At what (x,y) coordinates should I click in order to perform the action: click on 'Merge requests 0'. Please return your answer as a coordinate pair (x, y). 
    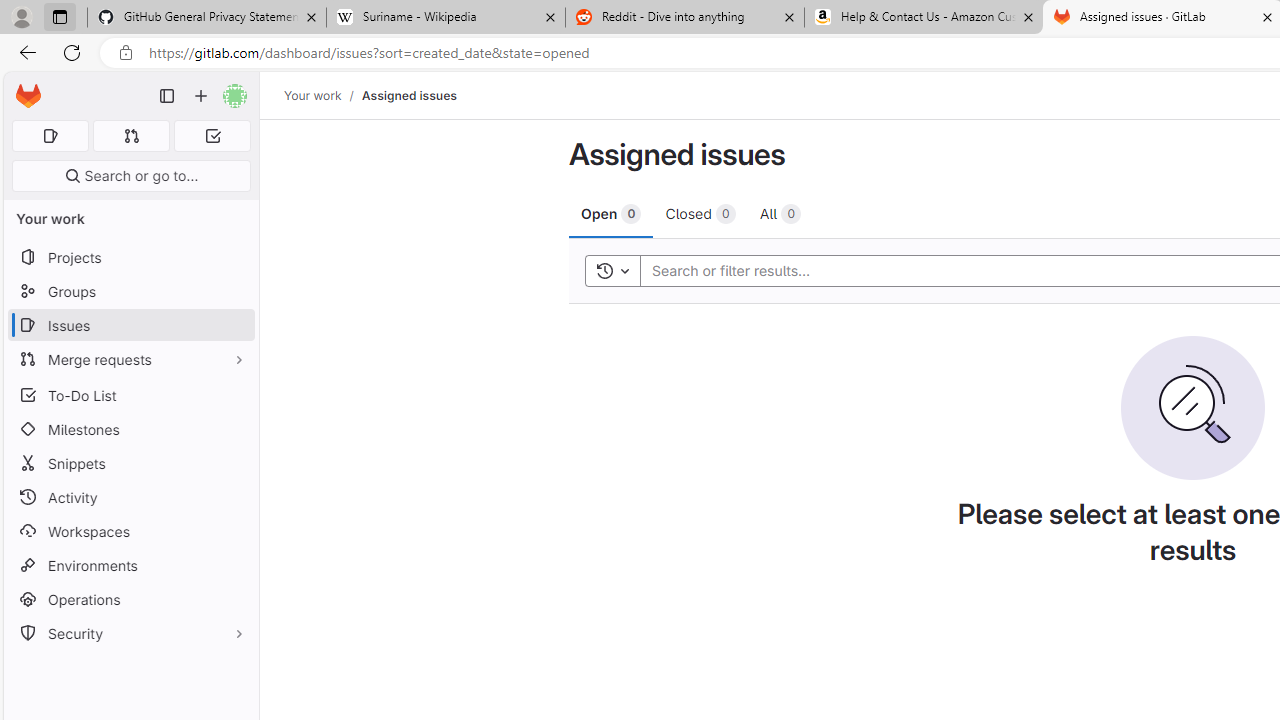
    Looking at the image, I should click on (130, 135).